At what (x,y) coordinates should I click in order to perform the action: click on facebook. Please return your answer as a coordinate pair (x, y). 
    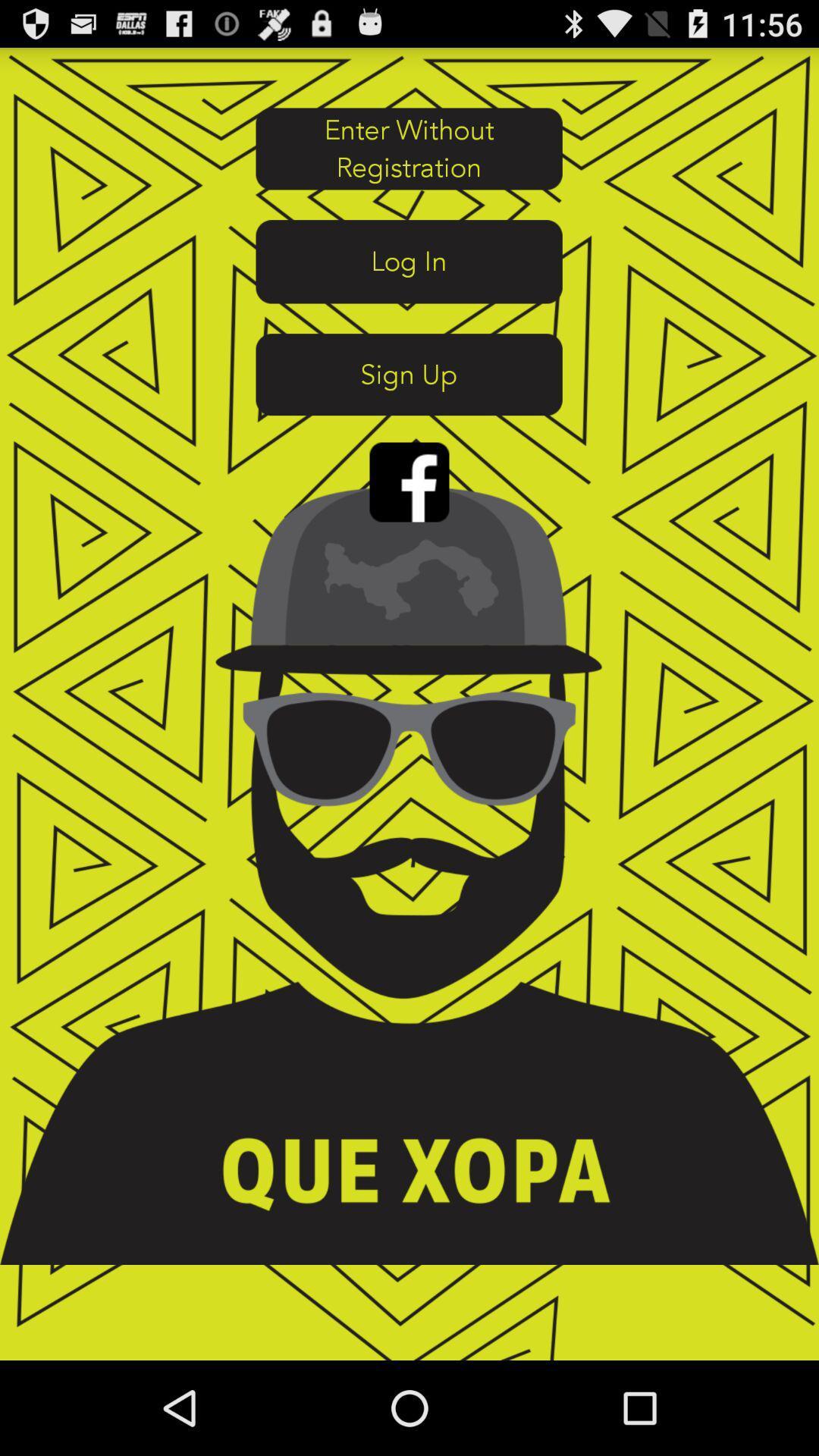
    Looking at the image, I should click on (409, 481).